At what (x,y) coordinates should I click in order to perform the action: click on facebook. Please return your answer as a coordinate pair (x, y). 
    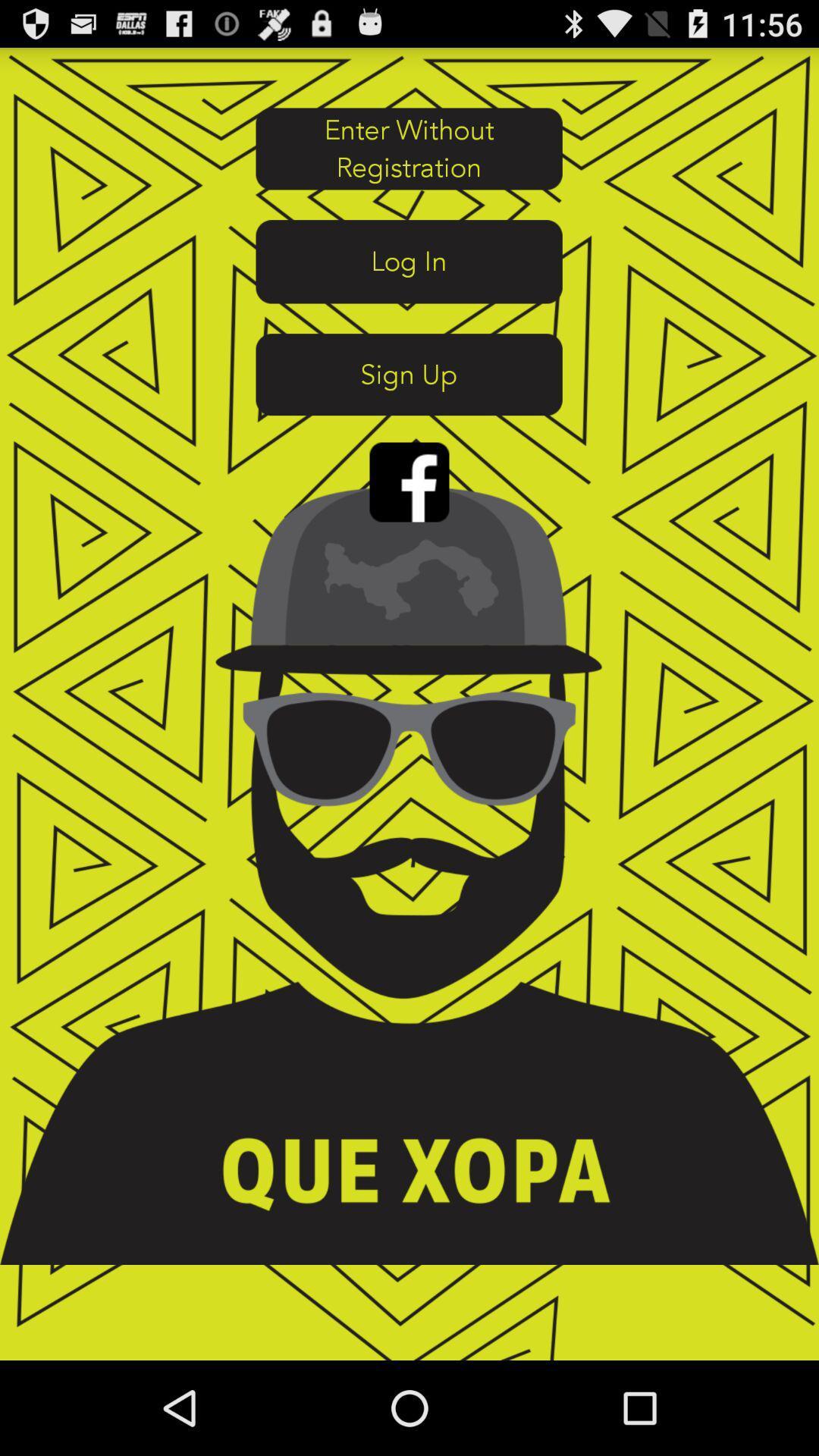
    Looking at the image, I should click on (409, 481).